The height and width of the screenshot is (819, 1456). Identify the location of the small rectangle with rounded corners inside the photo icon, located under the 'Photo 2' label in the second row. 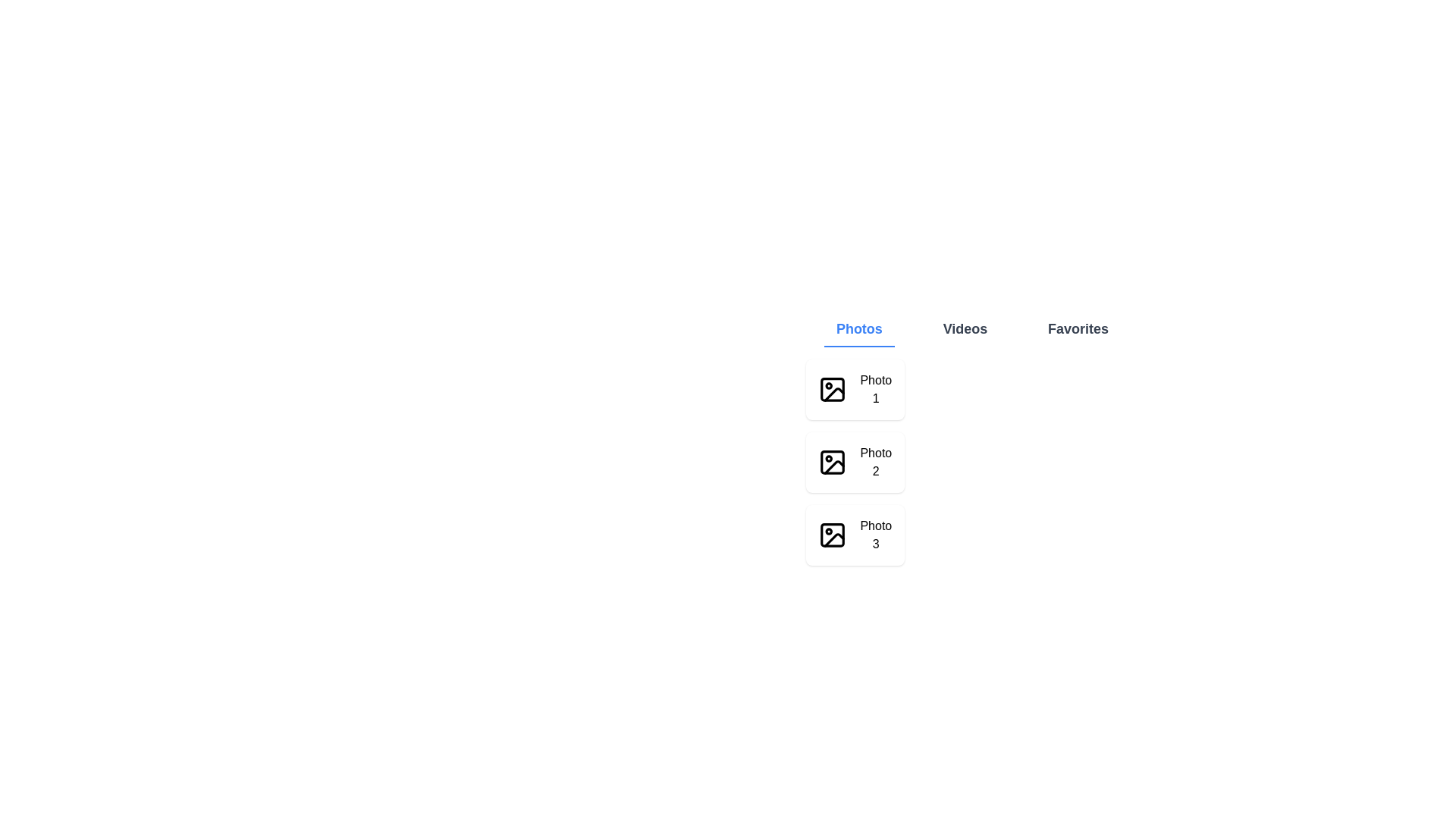
(832, 461).